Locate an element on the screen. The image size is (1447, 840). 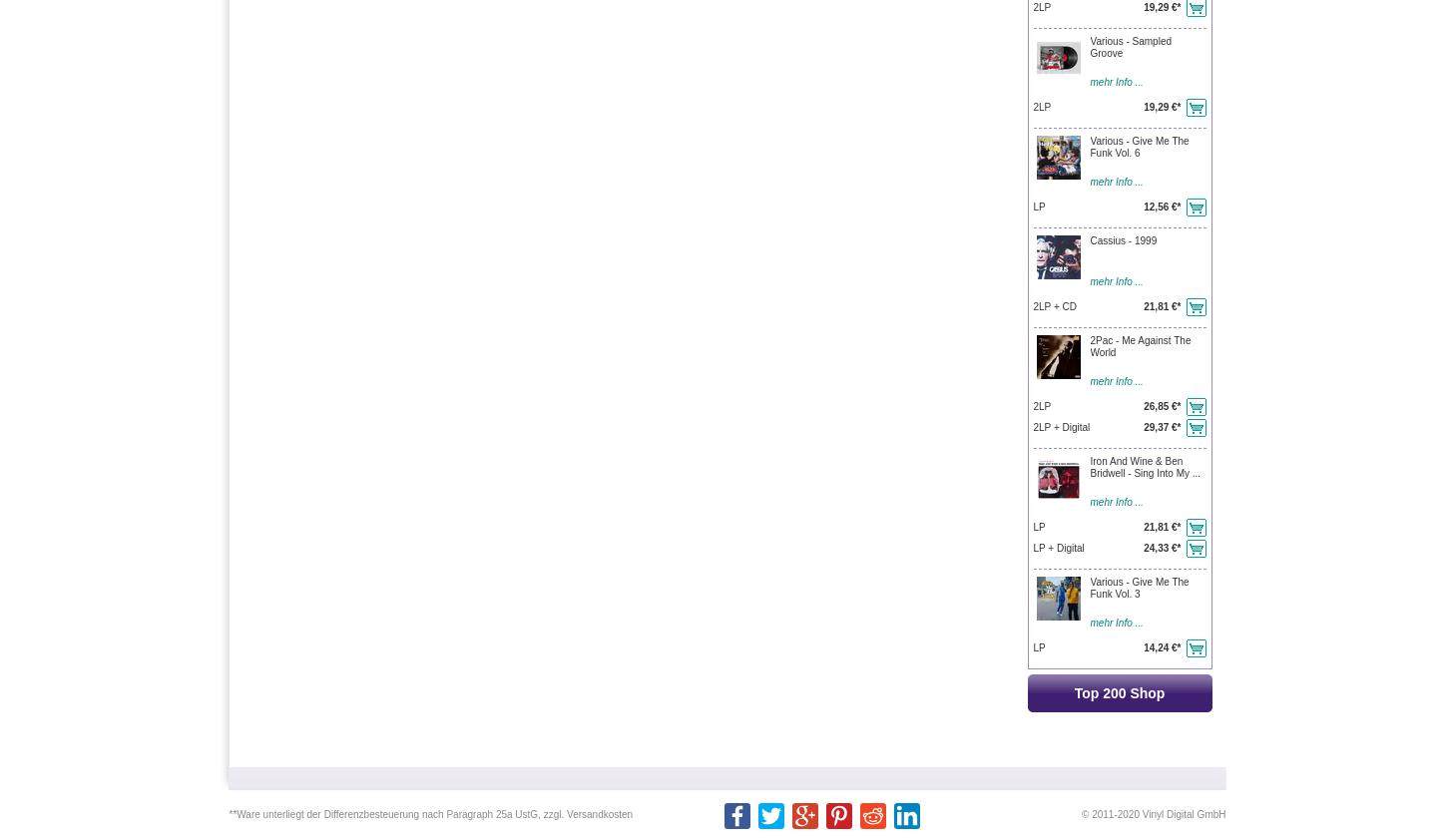
'Cassius - 1999' is located at coordinates (1122, 240).